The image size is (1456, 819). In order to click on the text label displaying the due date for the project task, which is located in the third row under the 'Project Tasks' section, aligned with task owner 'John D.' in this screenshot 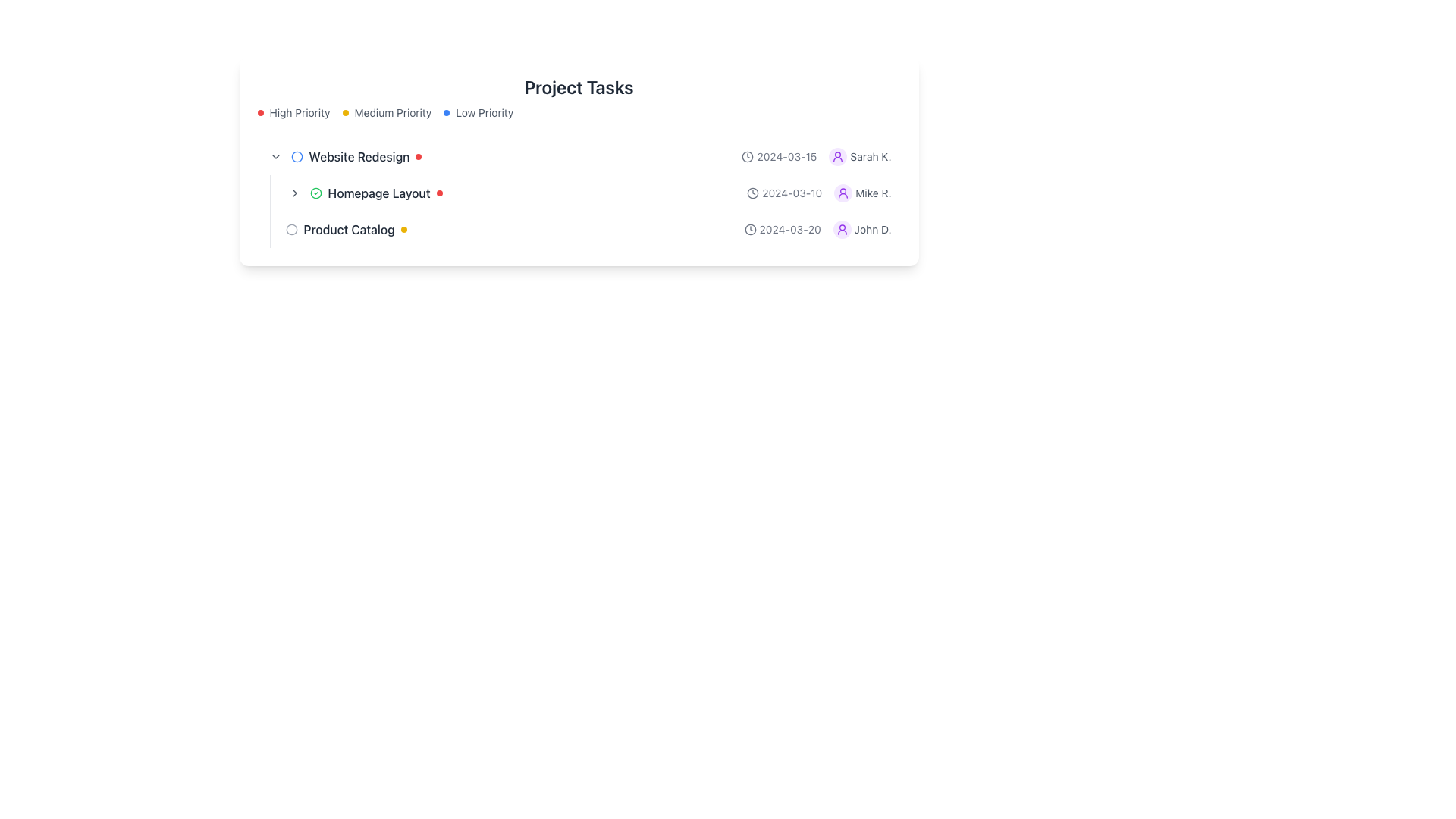, I will do `click(783, 230)`.